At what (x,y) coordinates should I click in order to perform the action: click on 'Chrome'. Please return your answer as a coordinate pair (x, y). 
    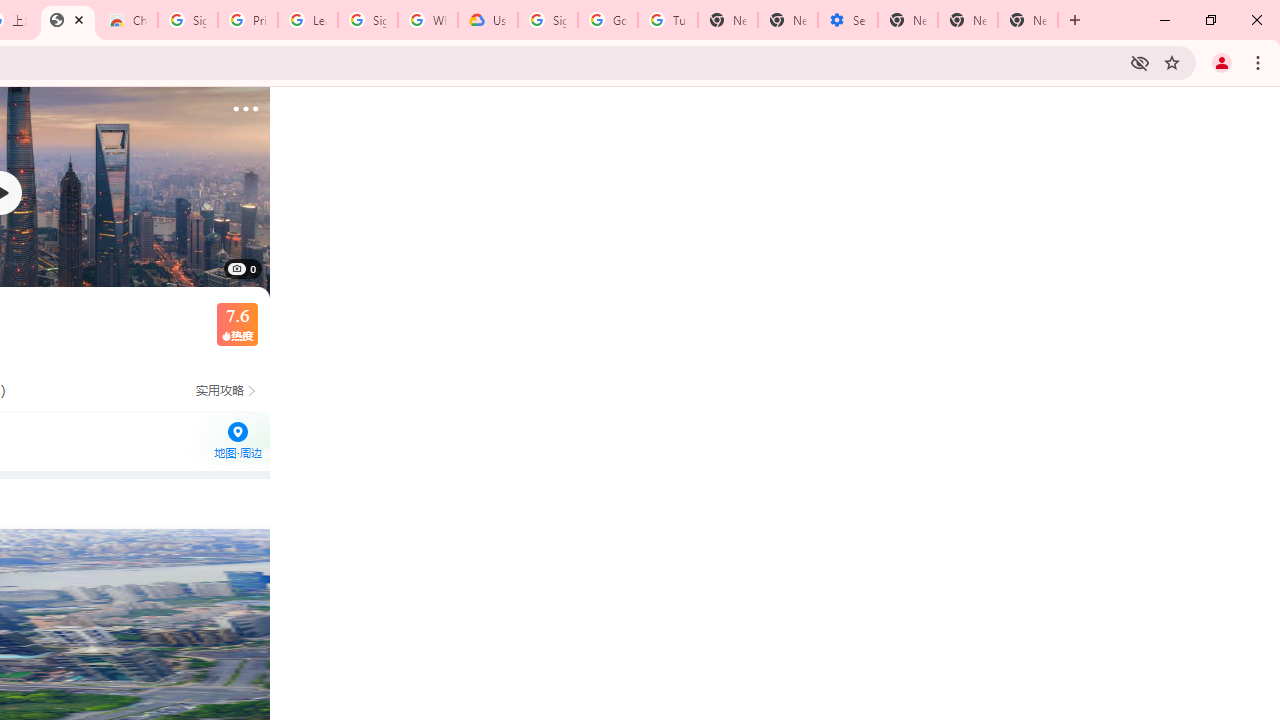
    Looking at the image, I should click on (1259, 61).